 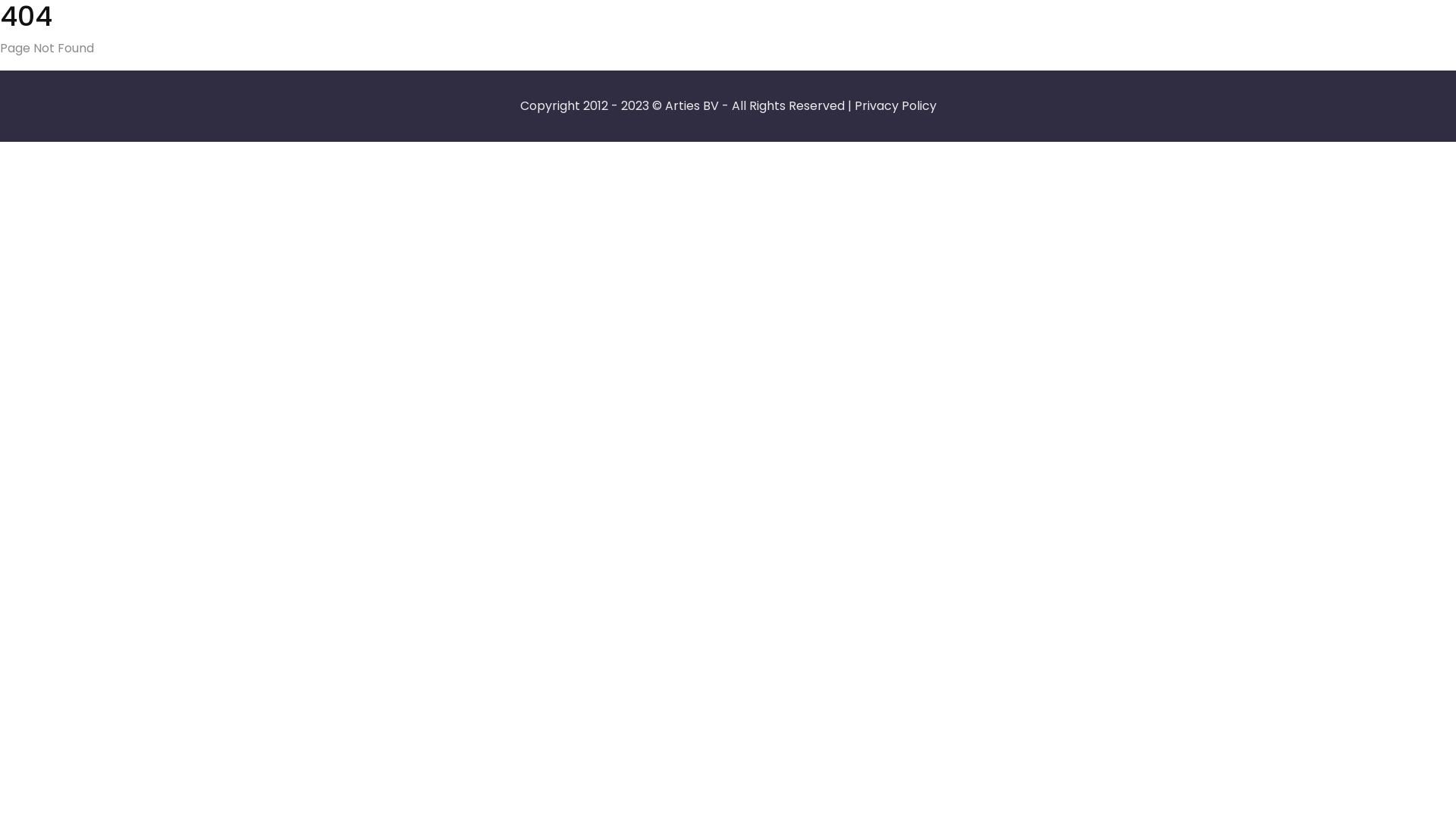 What do you see at coordinates (895, 105) in the screenshot?
I see `'Privacy Policy'` at bounding box center [895, 105].